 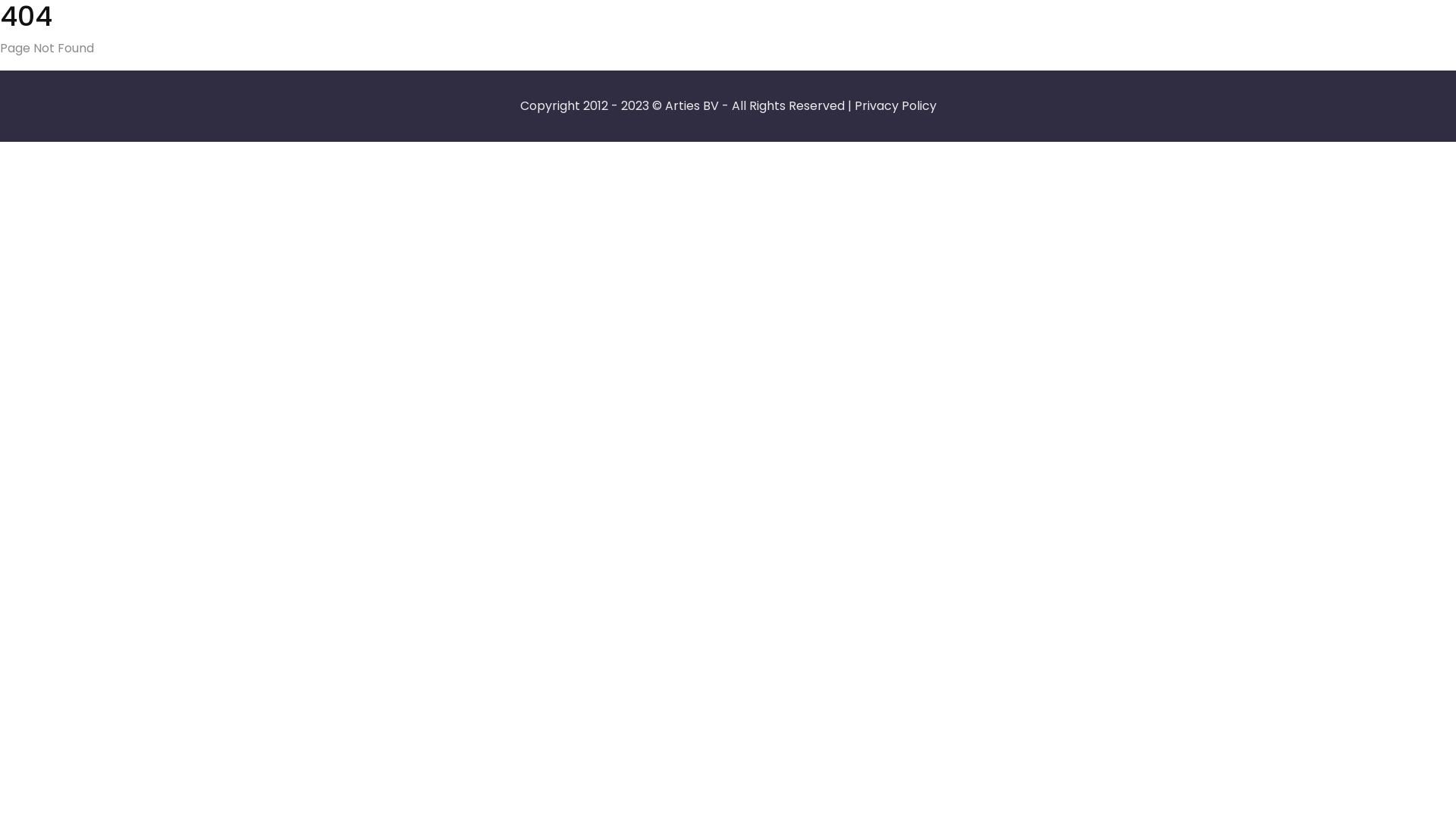 What do you see at coordinates (895, 105) in the screenshot?
I see `'Privacy Policy'` at bounding box center [895, 105].